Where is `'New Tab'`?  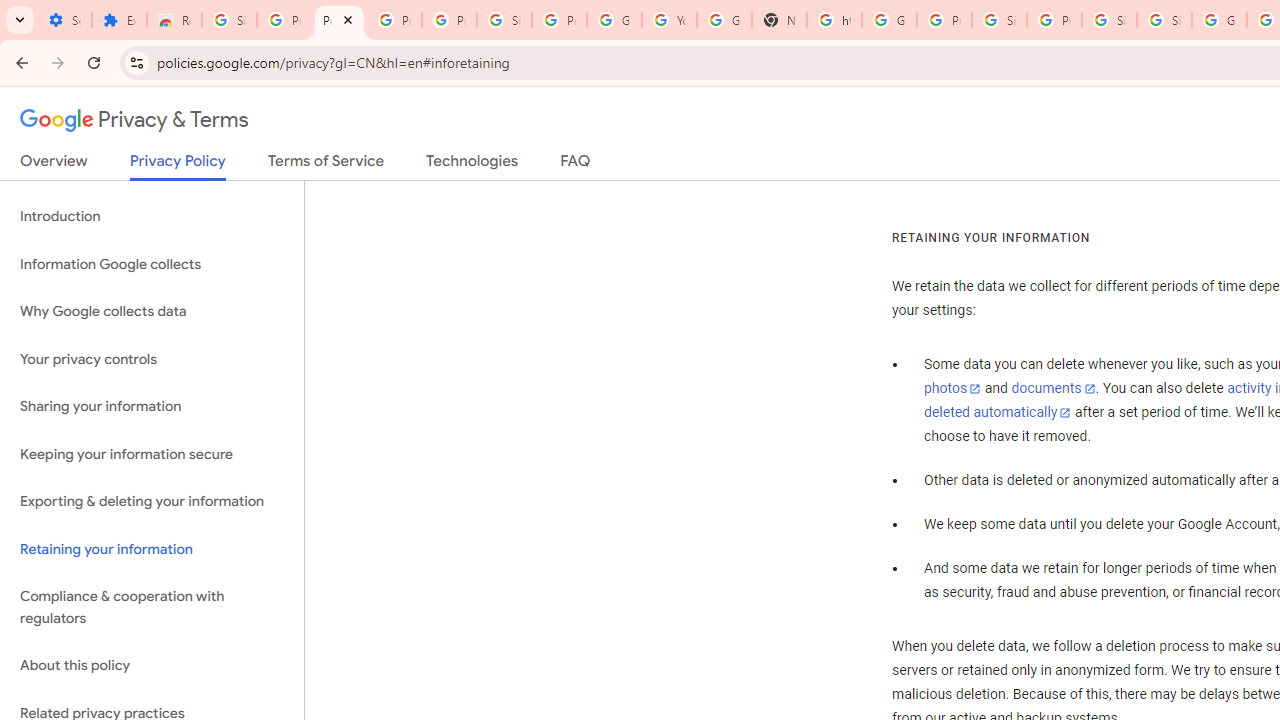 'New Tab' is located at coordinates (778, 20).